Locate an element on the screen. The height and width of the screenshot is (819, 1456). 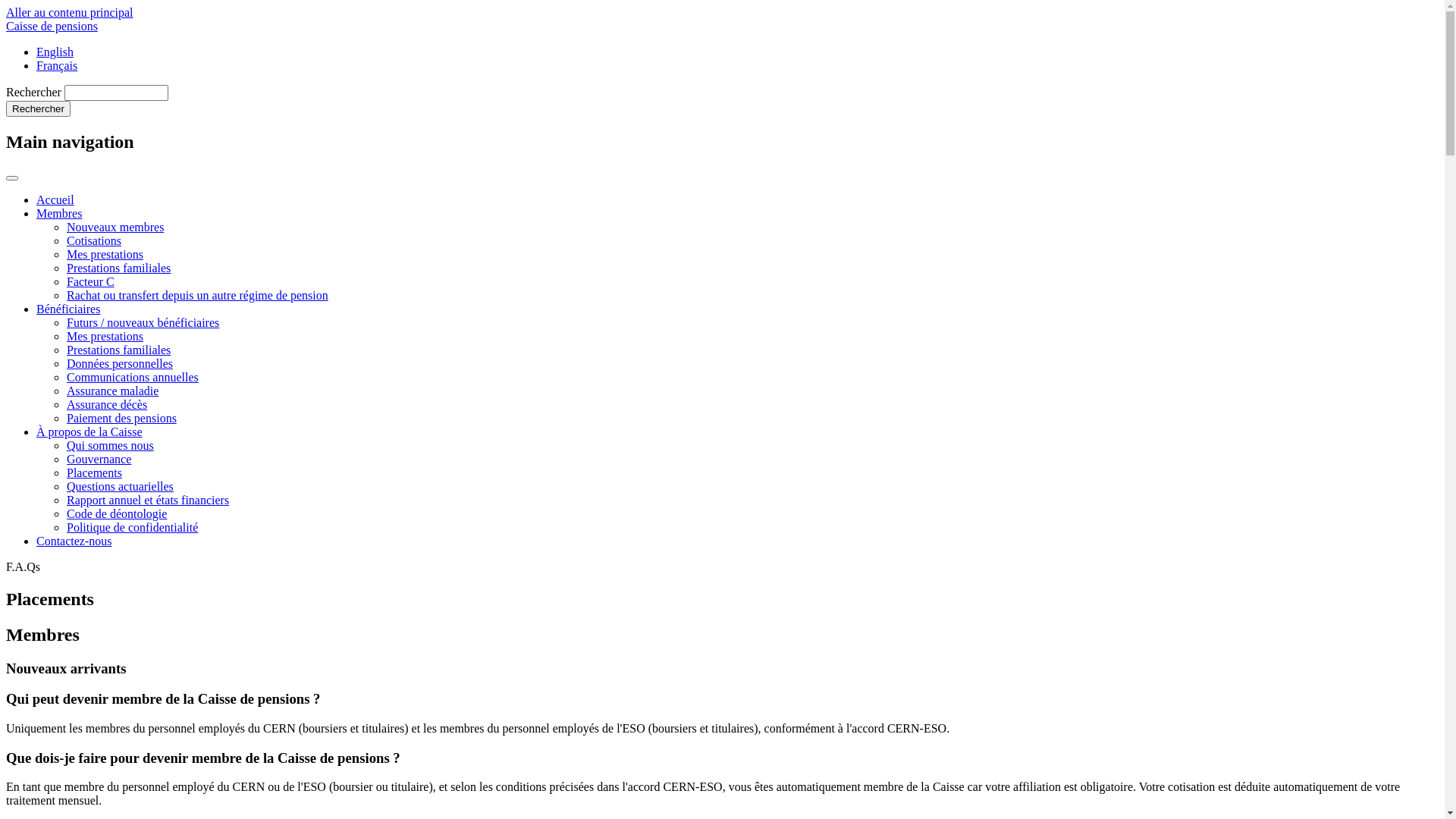
'Placements' is located at coordinates (93, 472).